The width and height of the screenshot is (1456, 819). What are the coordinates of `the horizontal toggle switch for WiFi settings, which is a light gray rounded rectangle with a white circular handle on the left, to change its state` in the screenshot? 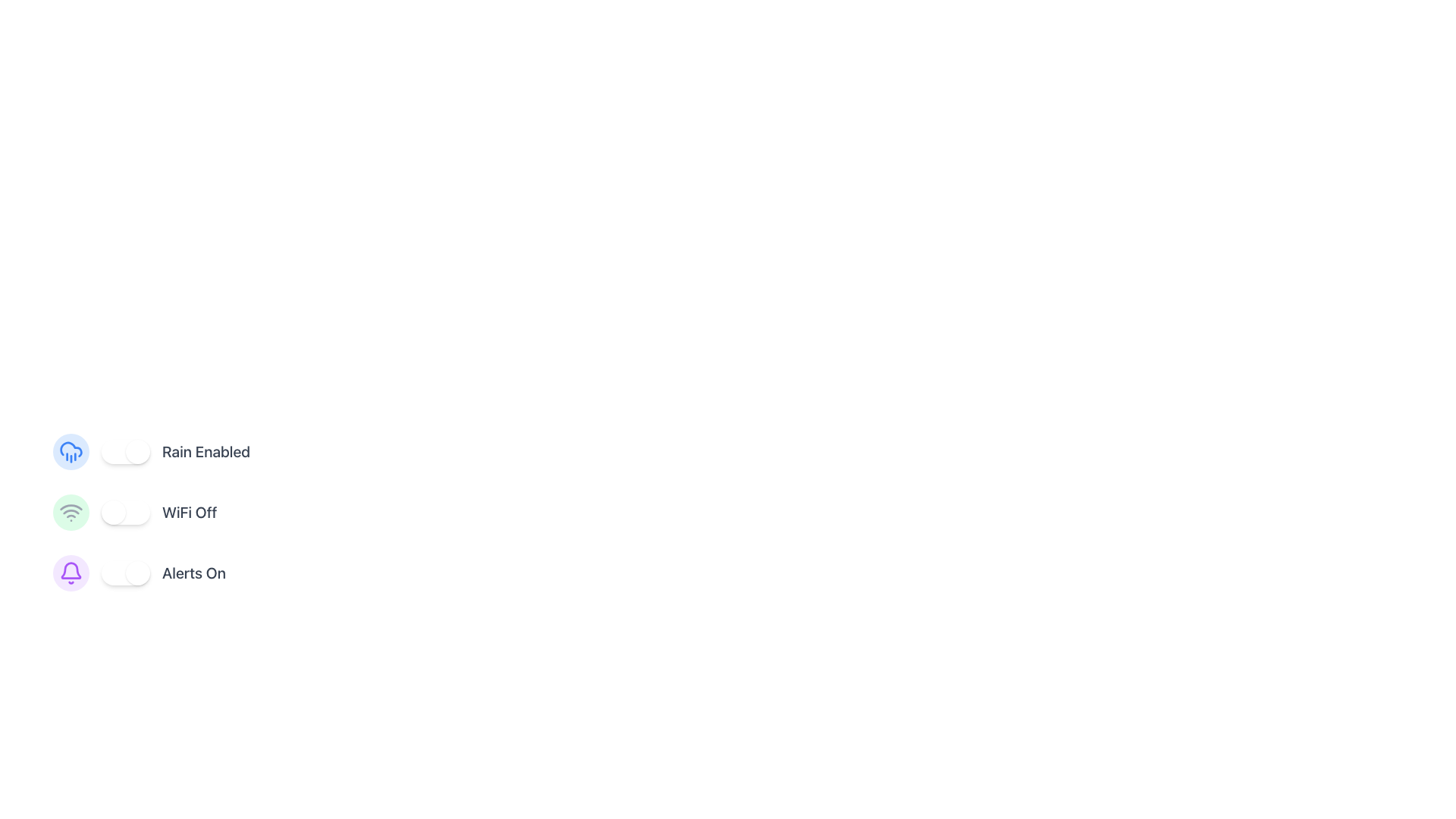 It's located at (126, 512).